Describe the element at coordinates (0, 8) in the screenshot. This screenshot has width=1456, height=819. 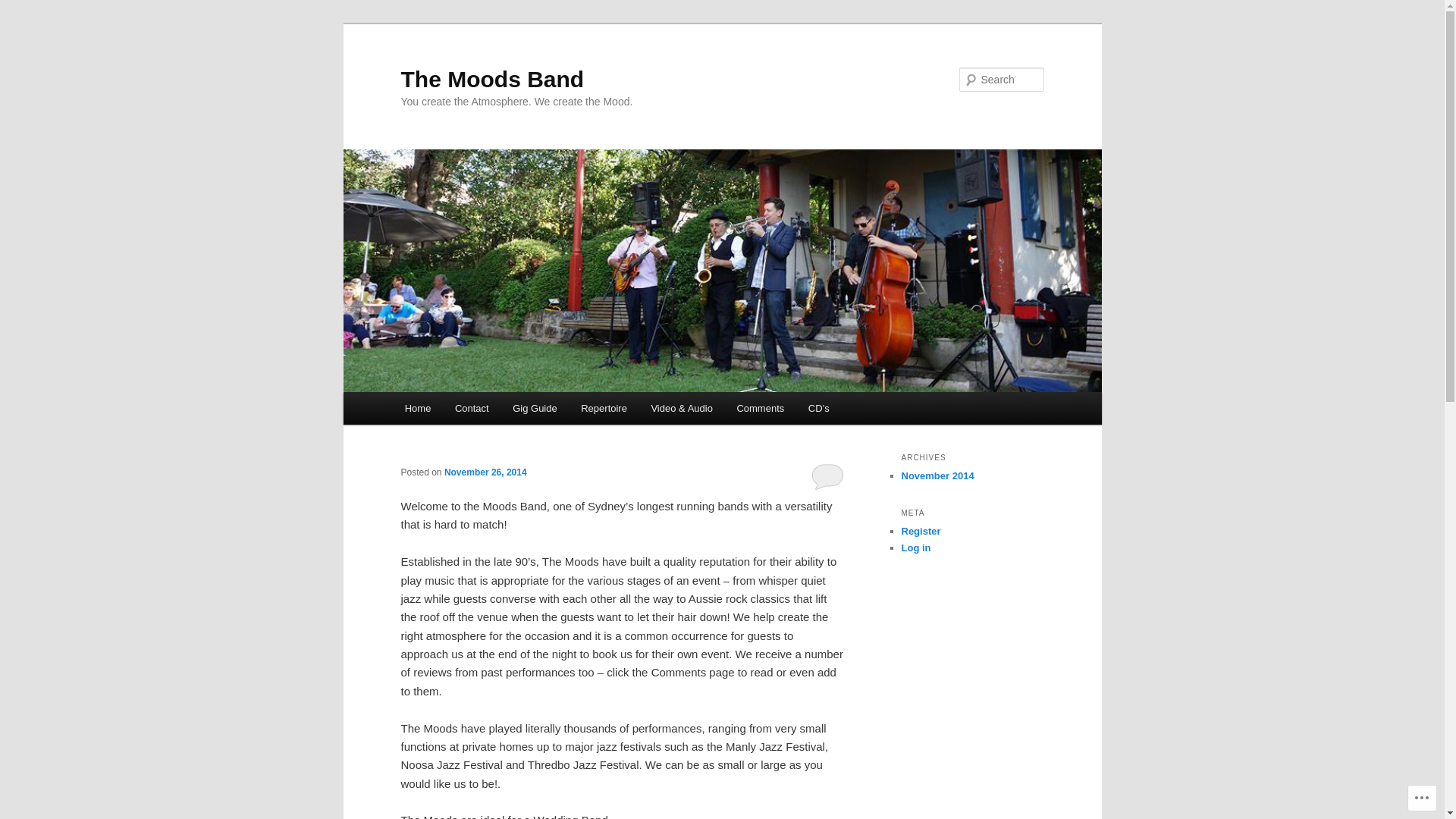
I see `'Search'` at that location.